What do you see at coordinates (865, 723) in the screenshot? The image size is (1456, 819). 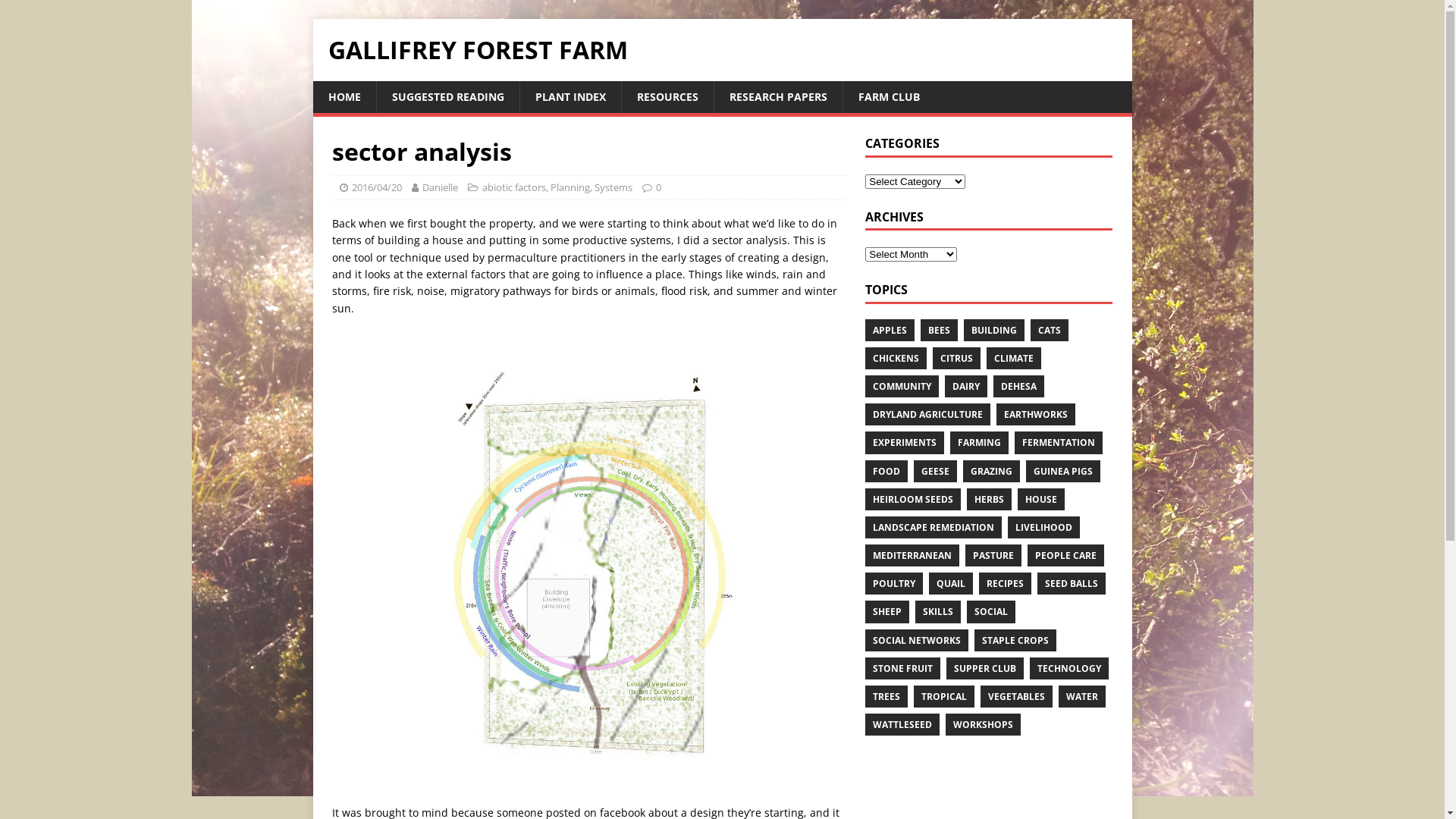 I see `'WATTLESEED'` at bounding box center [865, 723].